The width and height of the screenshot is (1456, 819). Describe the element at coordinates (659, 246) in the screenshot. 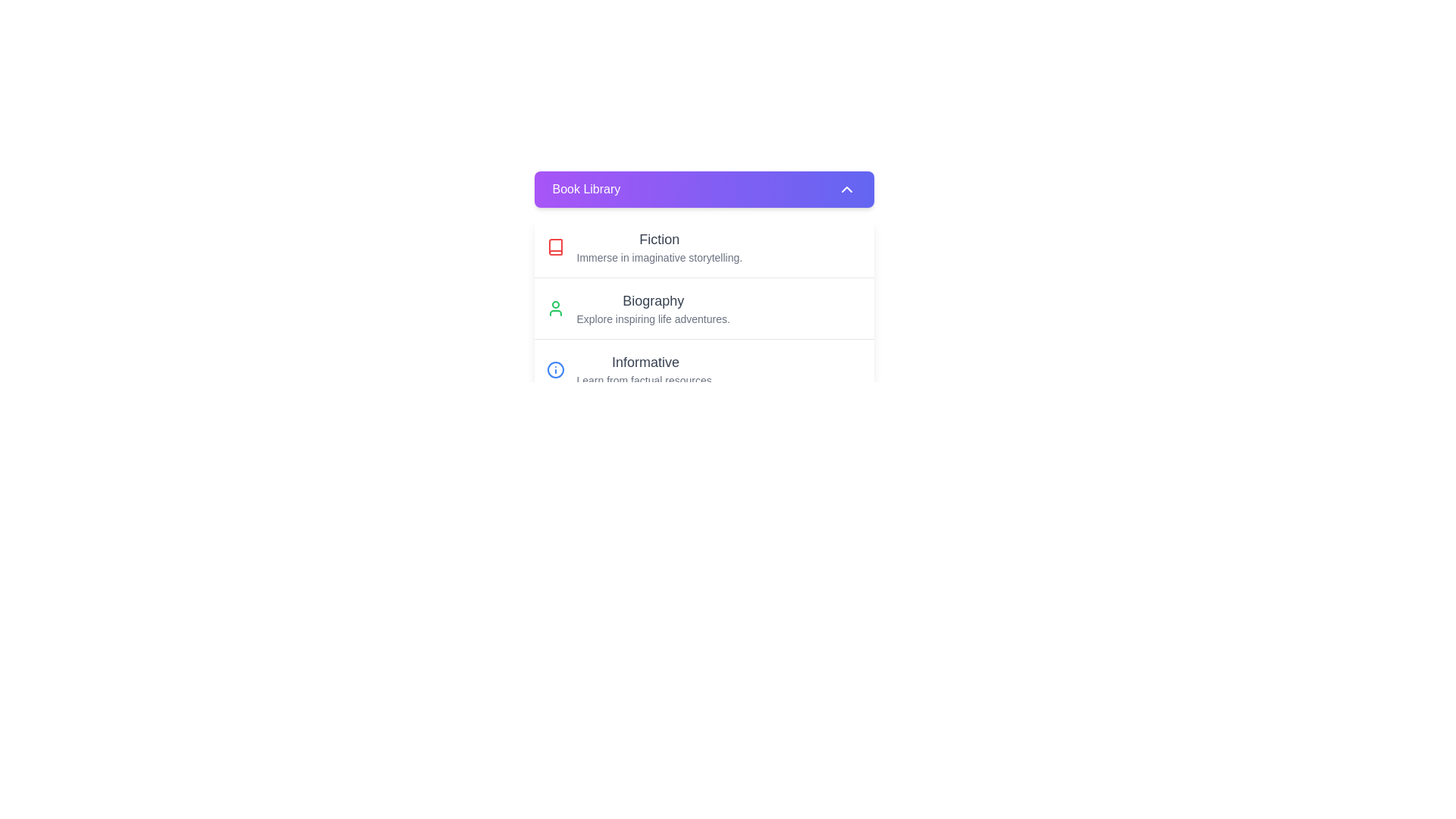

I see `the 'Fiction' menu item, which features a bold title and a description` at that location.